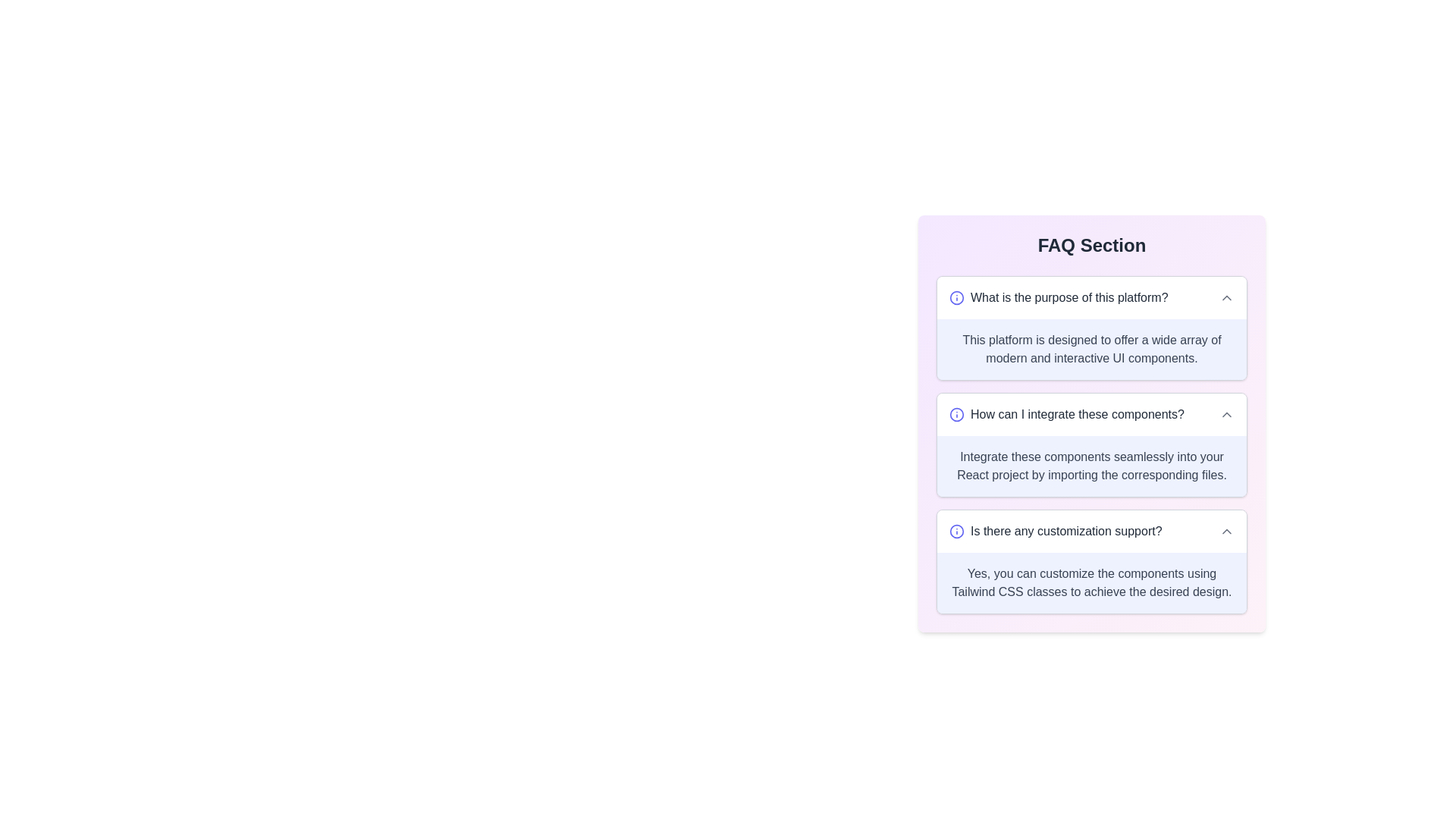  Describe the element at coordinates (1226, 531) in the screenshot. I see `the upward-pointing chevron icon located to the right of the text 'Is there any customization support?' in the FAQ card` at that location.